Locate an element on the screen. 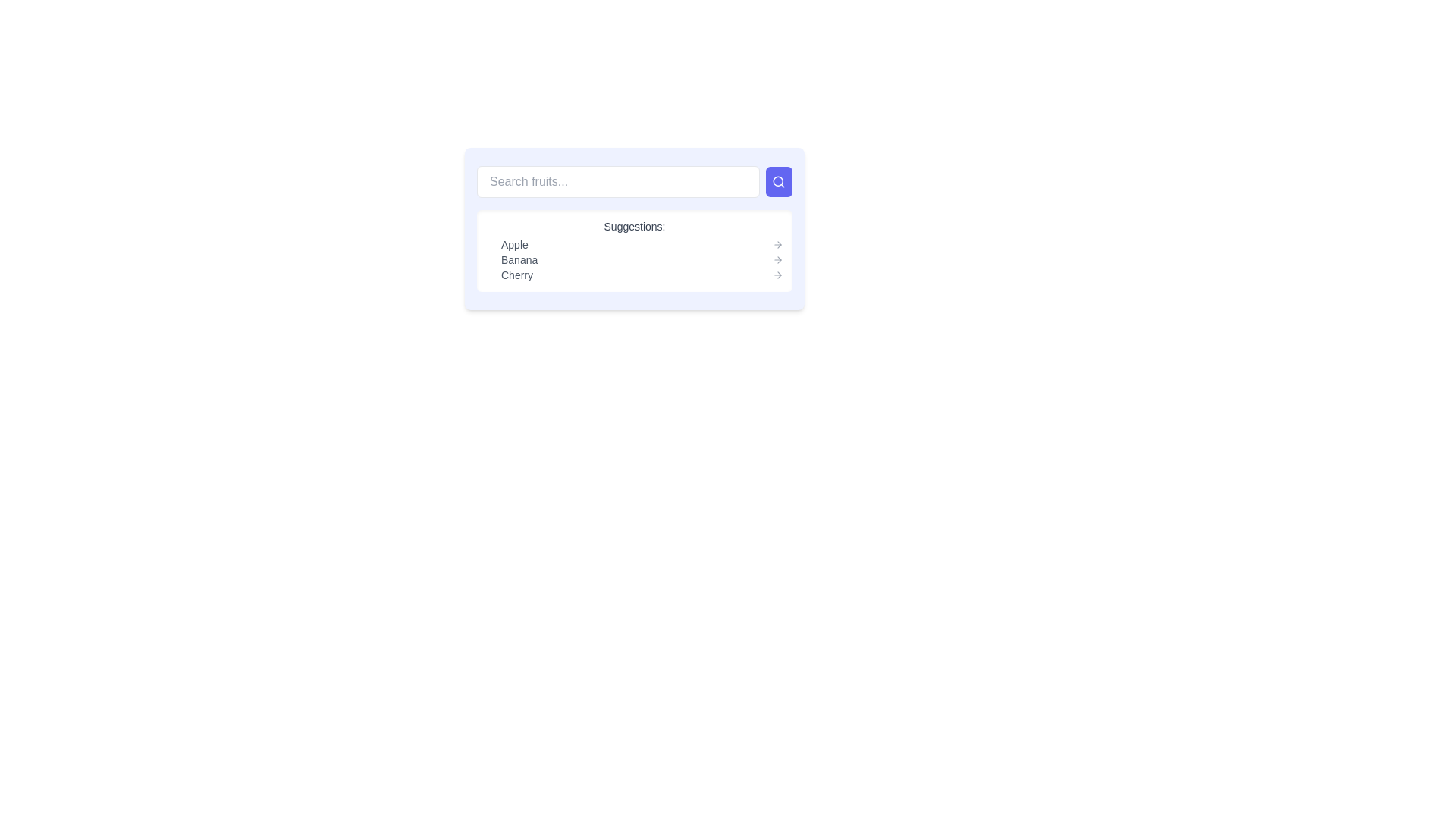  the small right-pointing arrow icon with a thin gray outline located at the far right of the suggestion 'Banana' is located at coordinates (778, 259).